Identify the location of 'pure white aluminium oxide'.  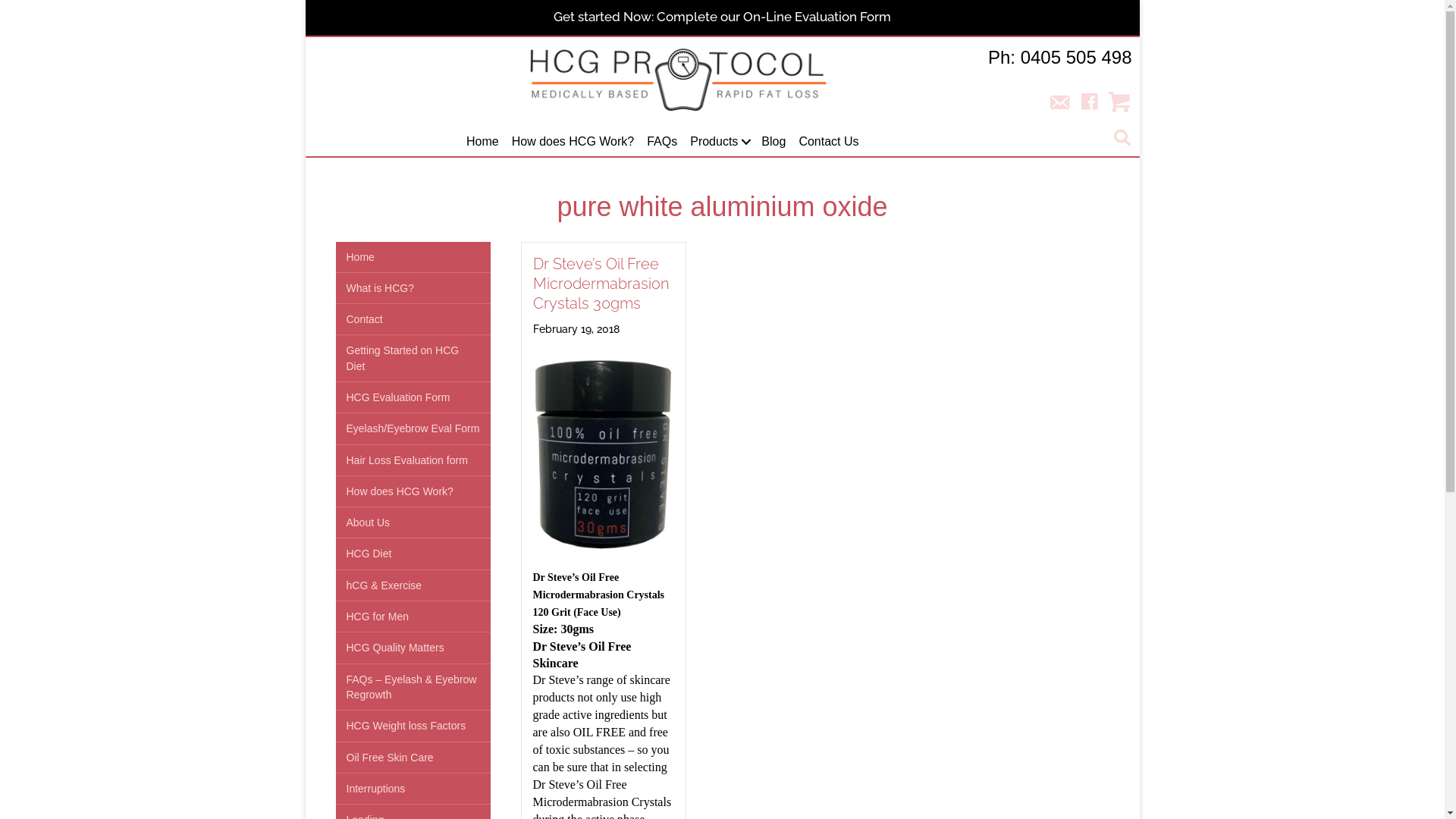
(720, 206).